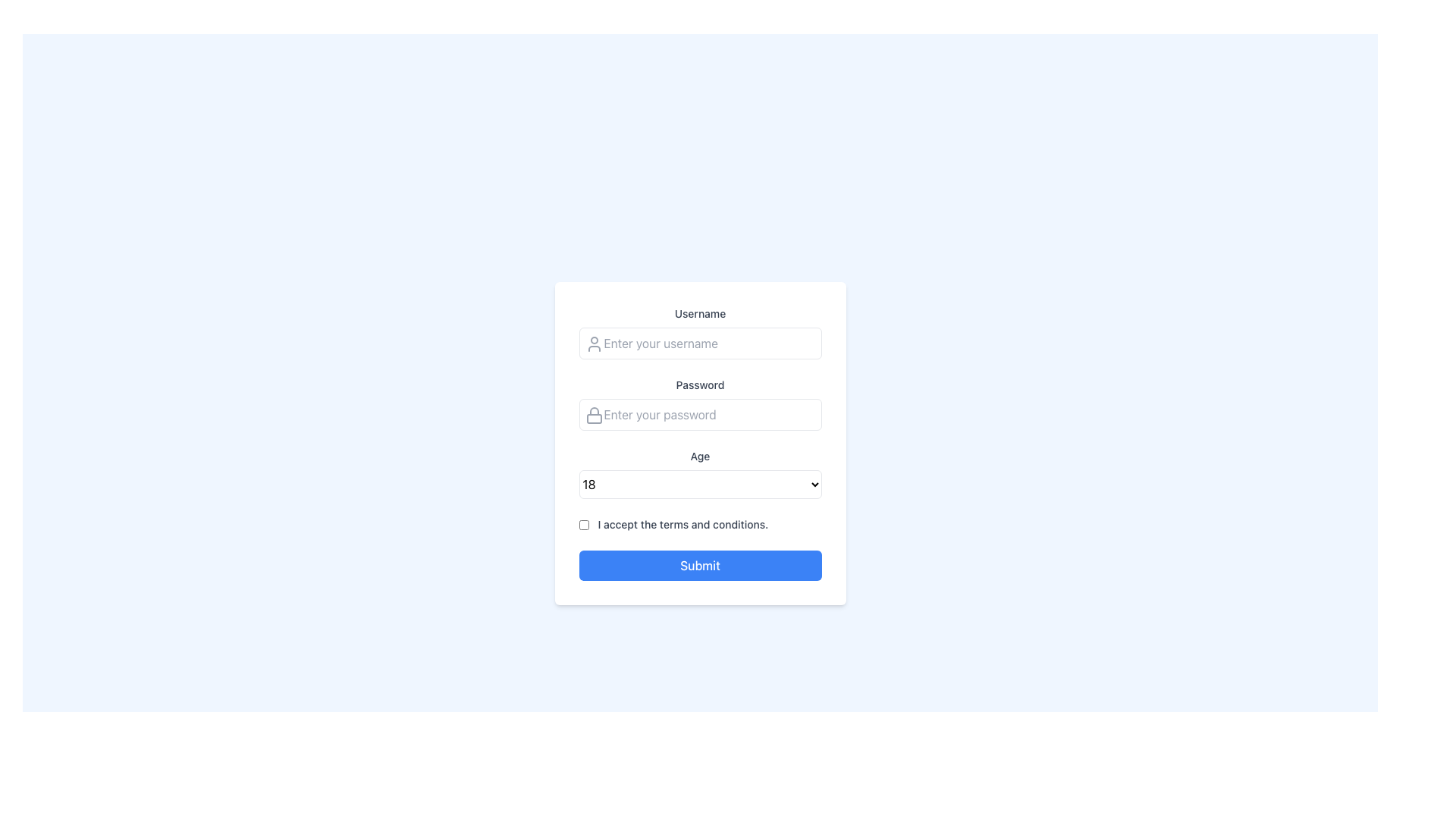  I want to click on a value from the age dropdown menu, which is the third input field in the form located below the Password field and above the terms and conditions checkbox, so click(699, 472).